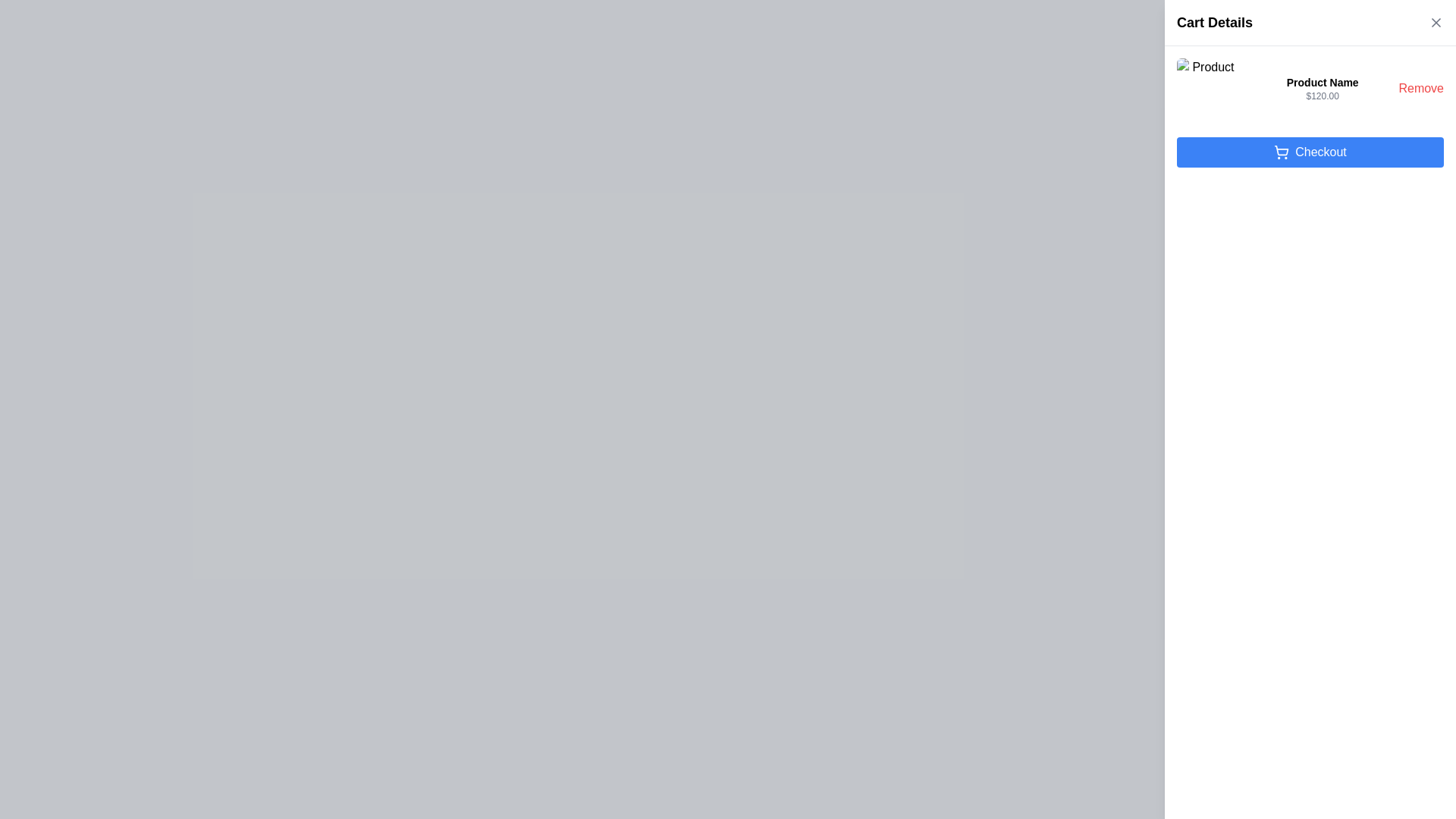 The height and width of the screenshot is (819, 1456). I want to click on the decorative cart icon located to the left of the 'Checkout' button, which visually represents the button's cart functionality, so click(1281, 152).